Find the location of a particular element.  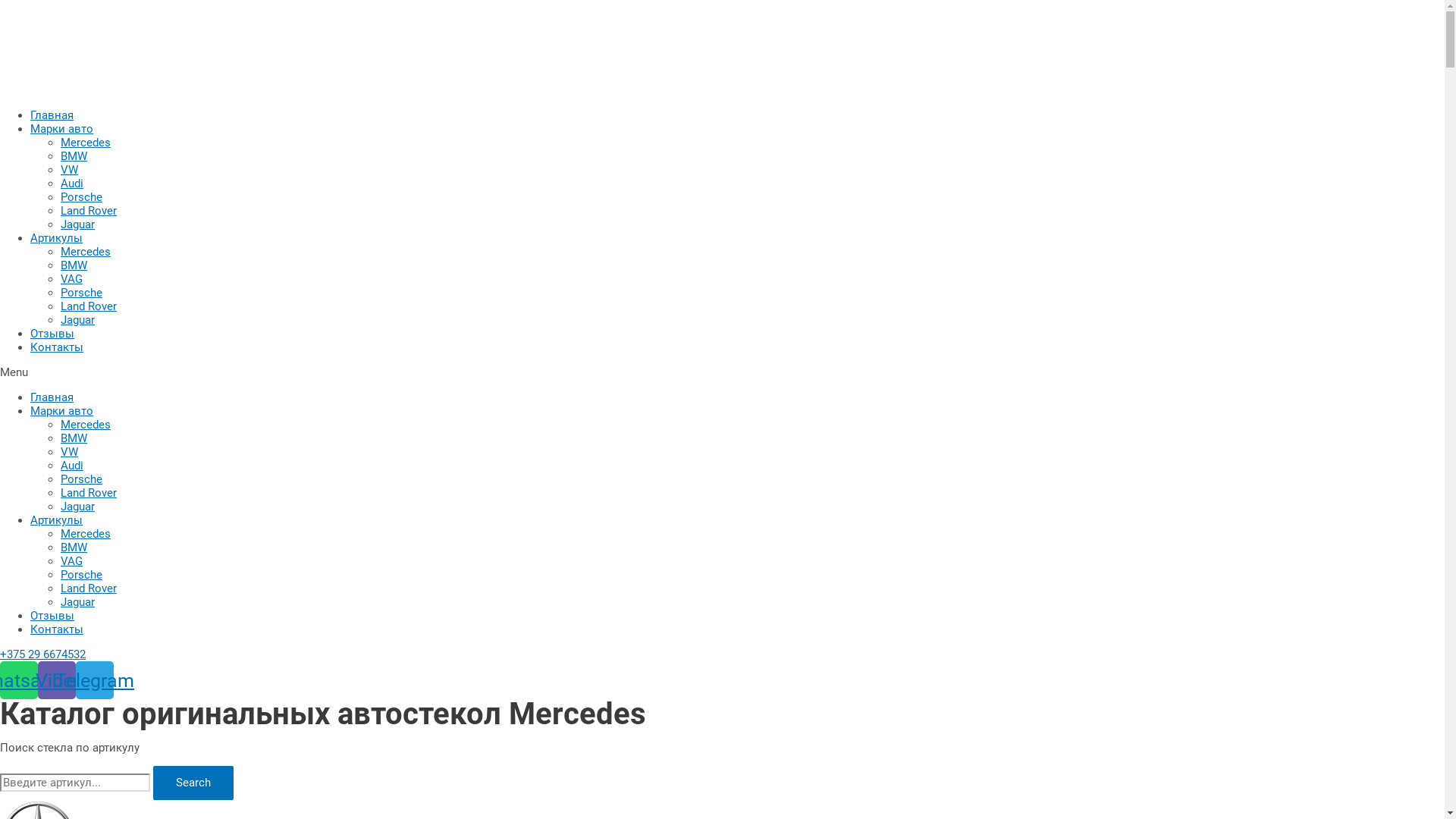

'Audi' is located at coordinates (61, 183).